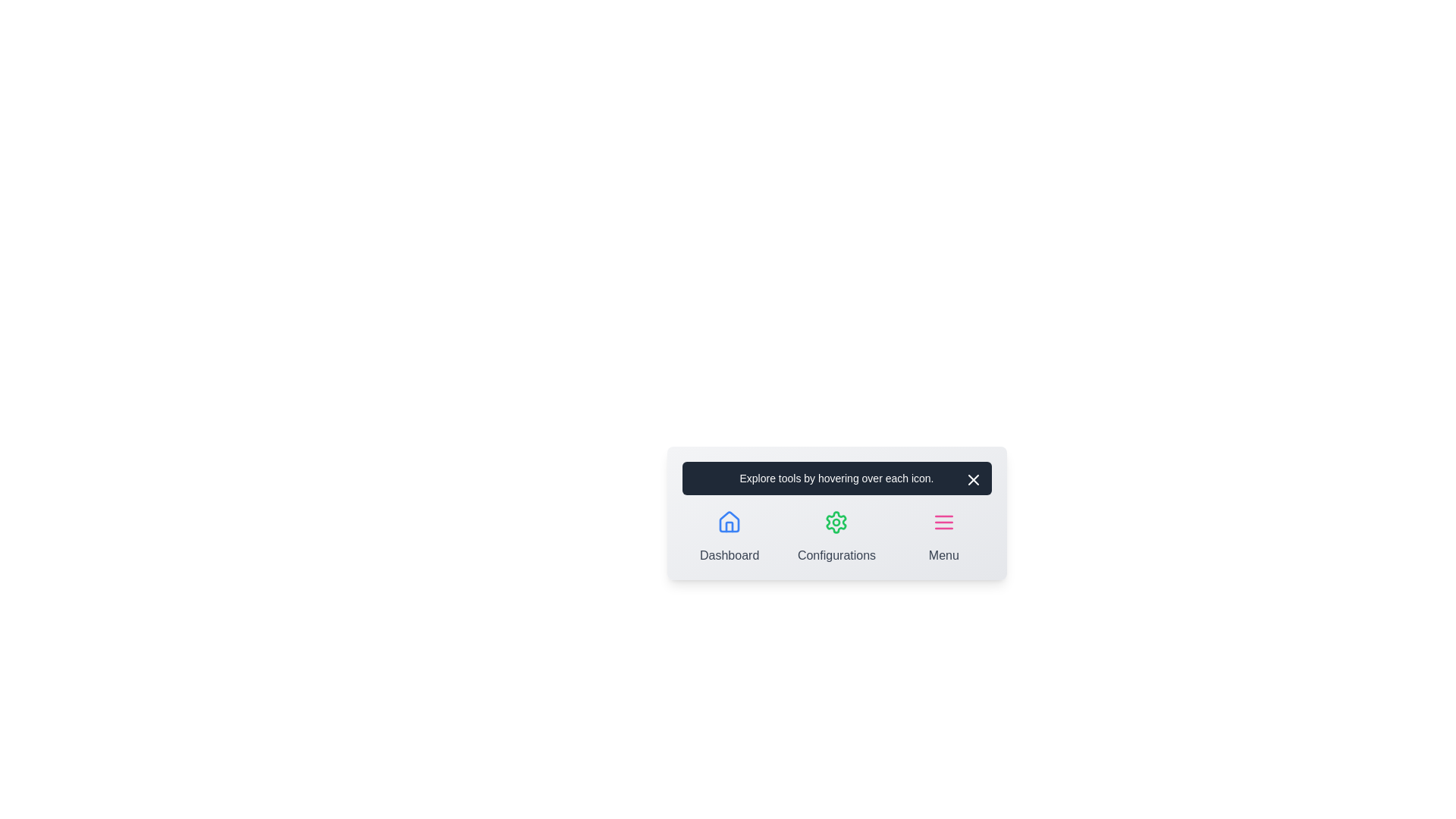 The height and width of the screenshot is (819, 1456). I want to click on the 'Dashboard' icon, which is the first icon from the left in a row of icons, so click(730, 521).